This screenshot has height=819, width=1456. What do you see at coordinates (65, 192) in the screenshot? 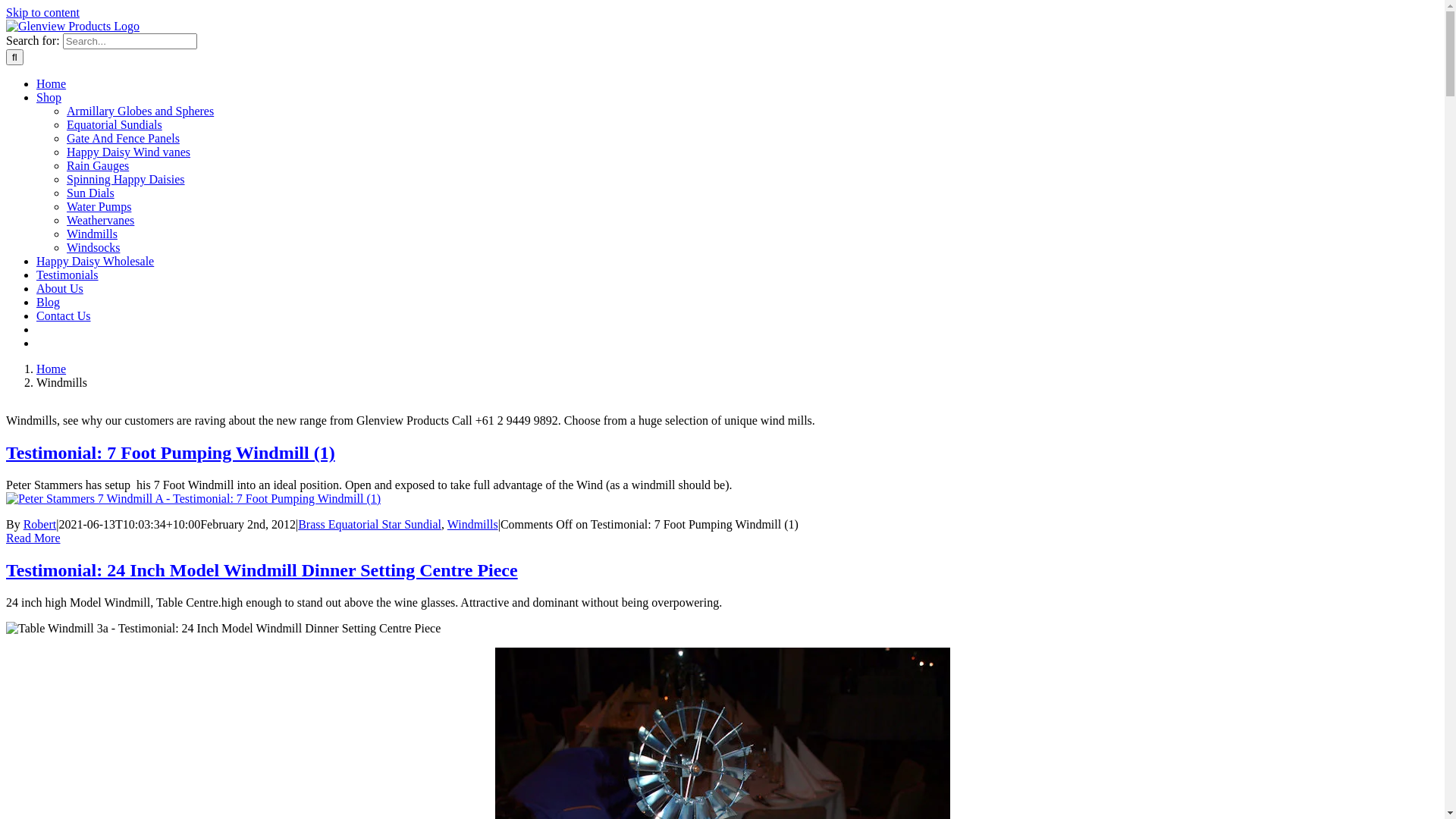
I see `'Sun Dials'` at bounding box center [65, 192].